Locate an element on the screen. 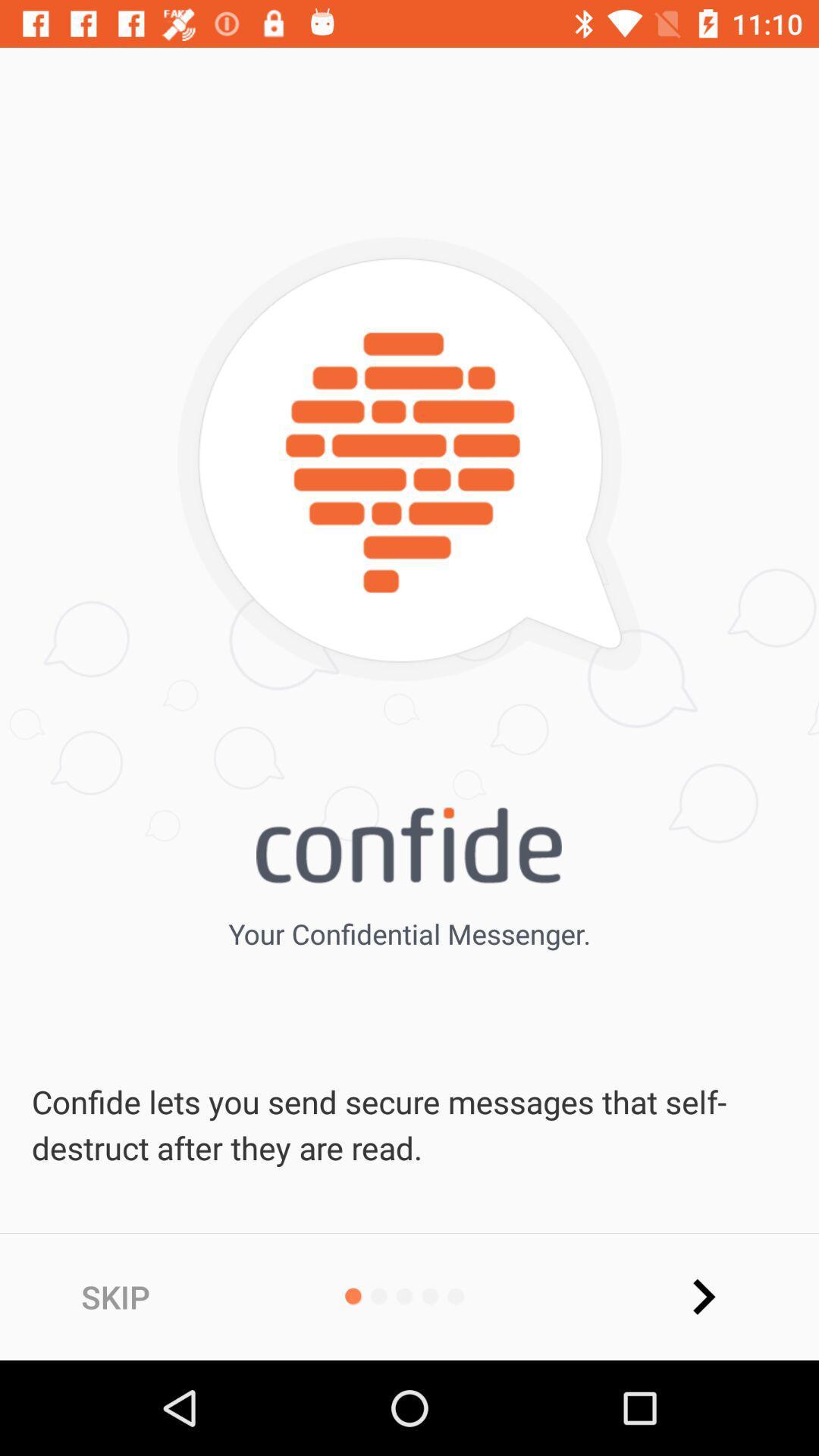 The image size is (819, 1456). the arrow_forward icon is located at coordinates (703, 1296).